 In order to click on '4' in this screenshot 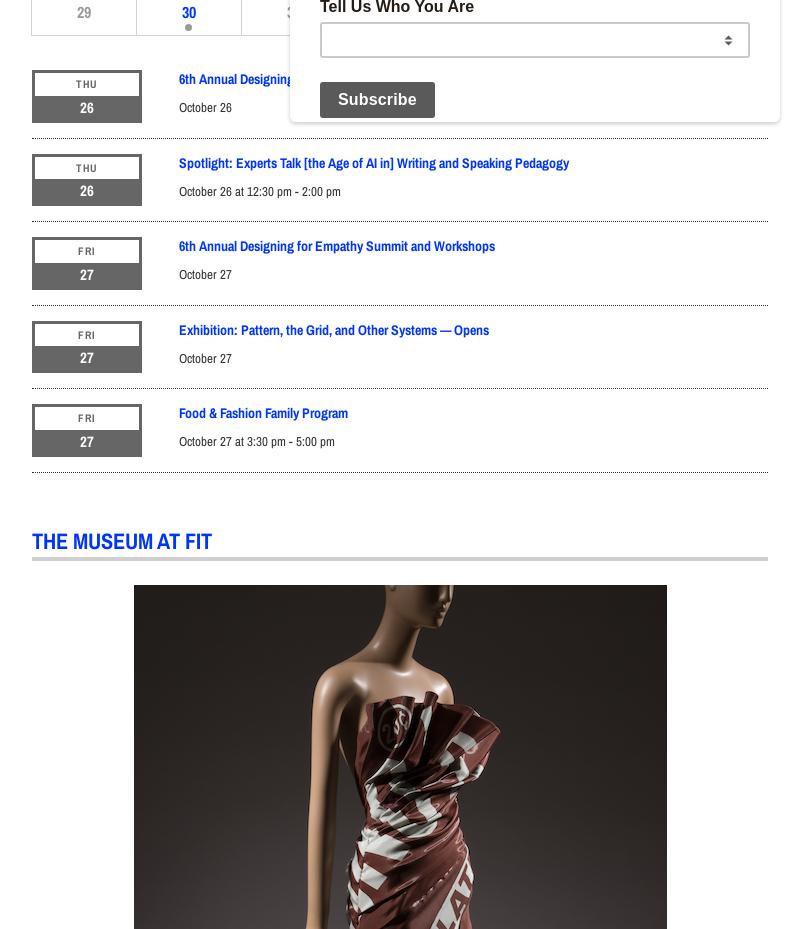, I will do `click(712, 10)`.